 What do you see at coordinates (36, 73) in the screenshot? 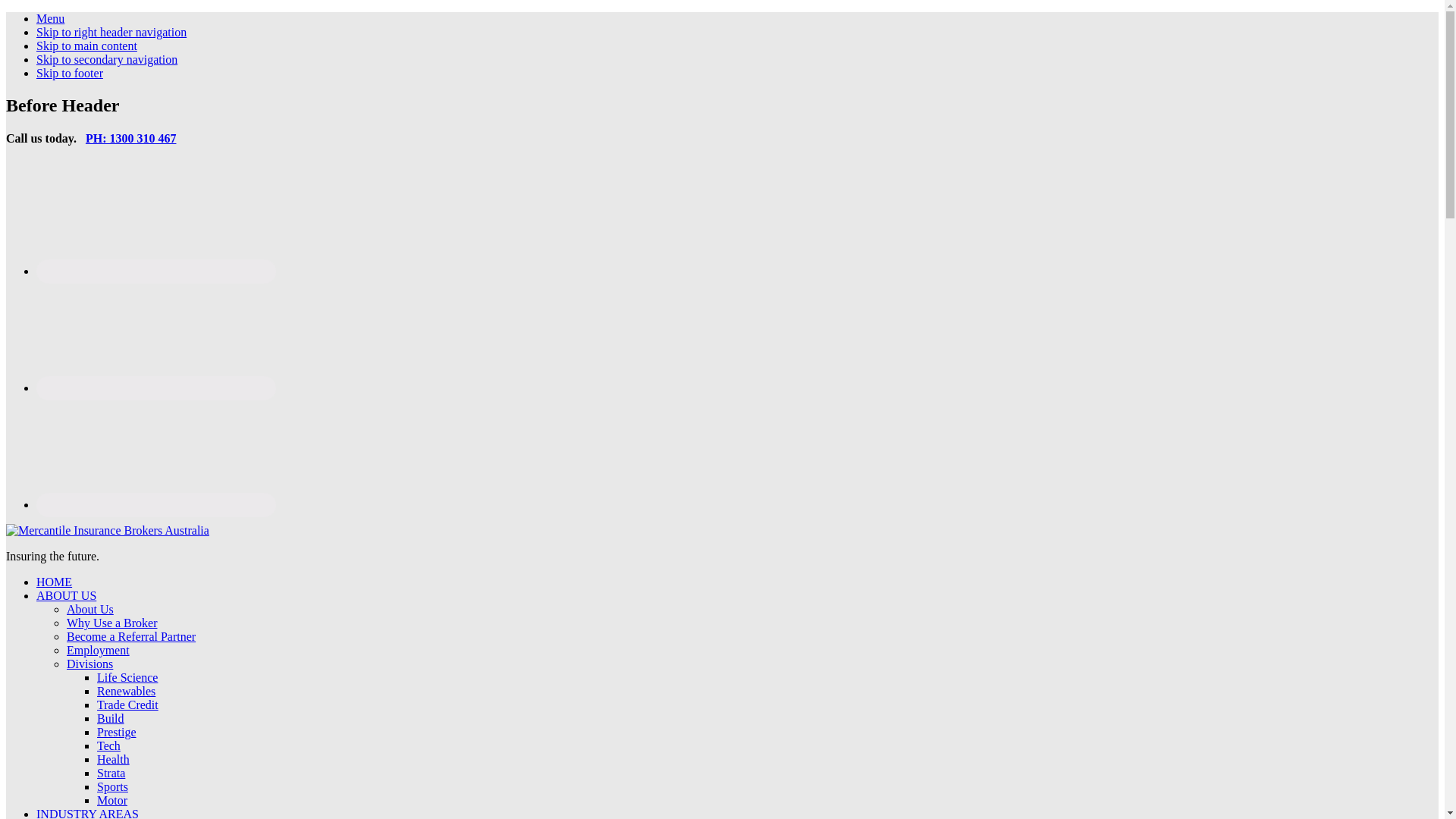
I see `'Skip to footer'` at bounding box center [36, 73].